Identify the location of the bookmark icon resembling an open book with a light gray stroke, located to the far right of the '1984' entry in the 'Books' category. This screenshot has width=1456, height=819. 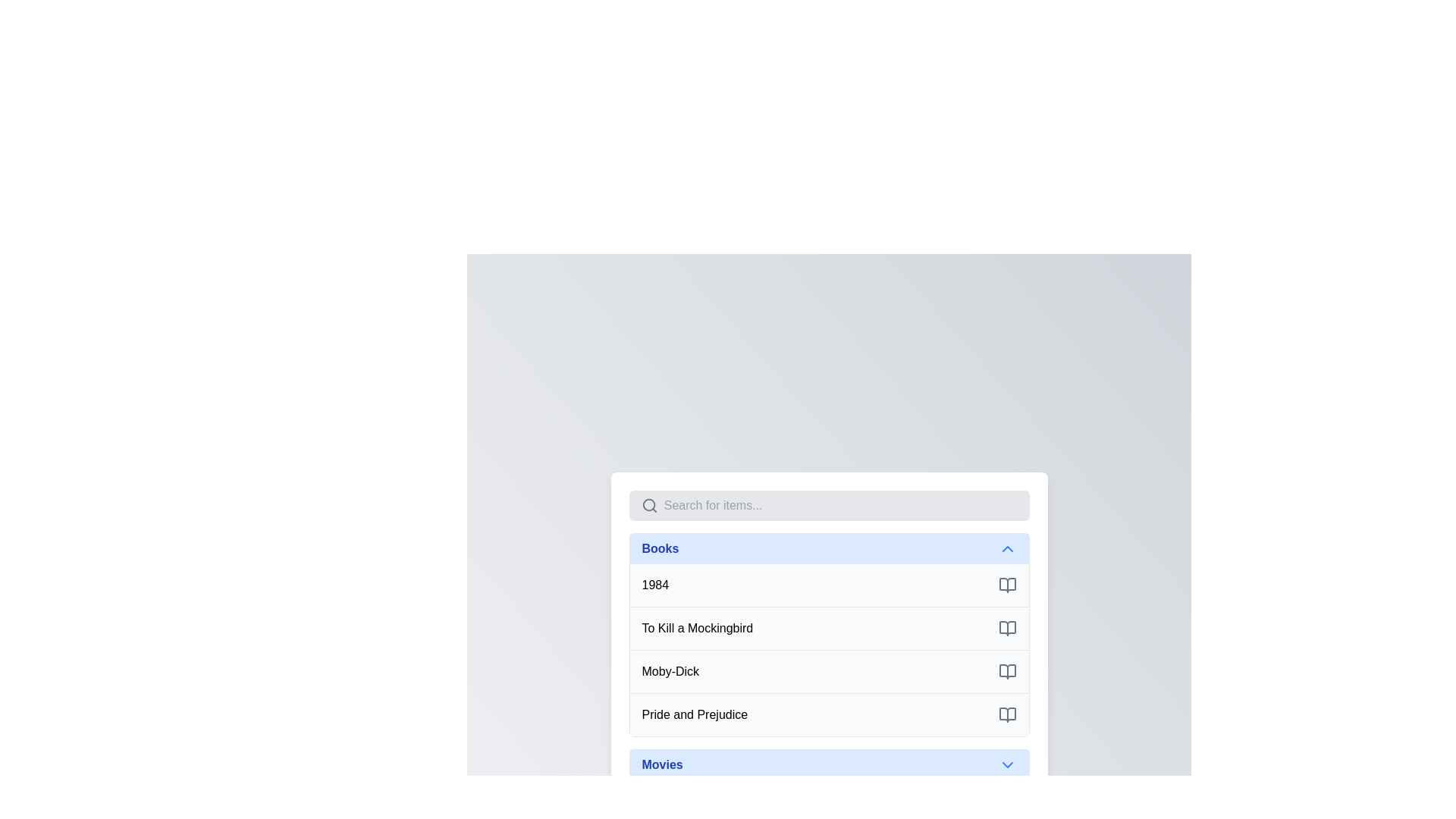
(1007, 584).